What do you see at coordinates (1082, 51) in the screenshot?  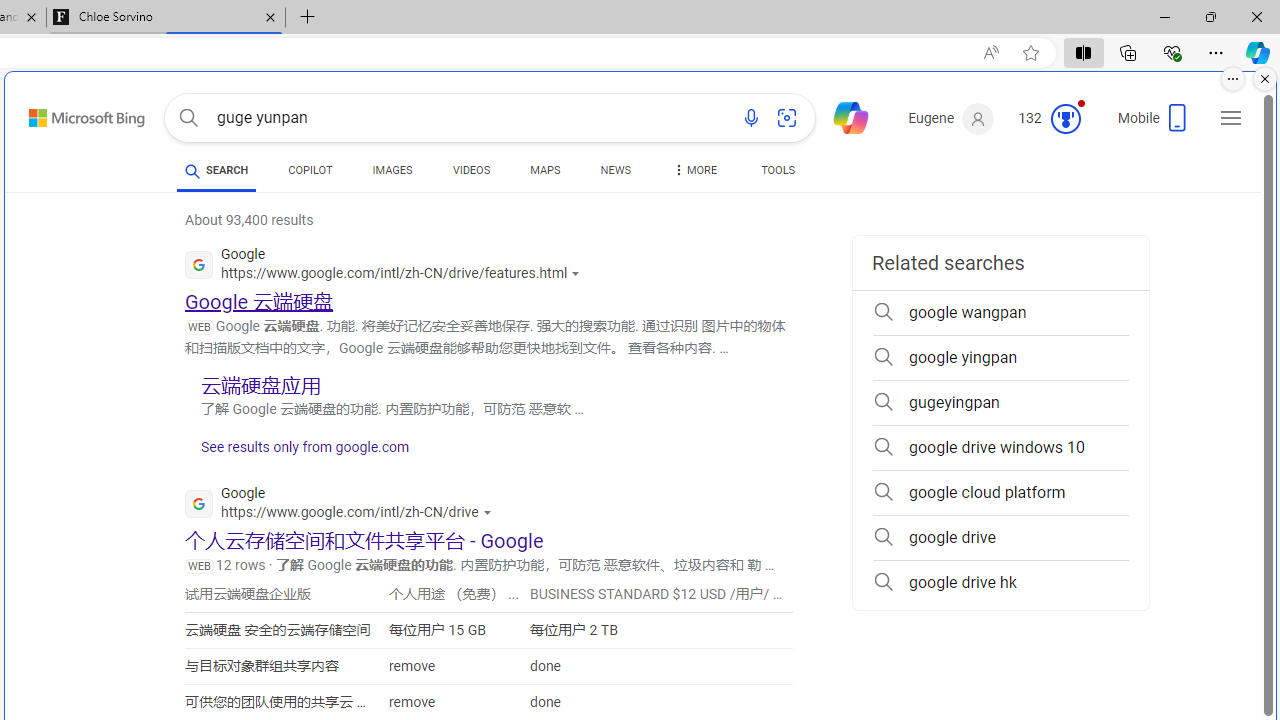 I see `'Split screen'` at bounding box center [1082, 51].